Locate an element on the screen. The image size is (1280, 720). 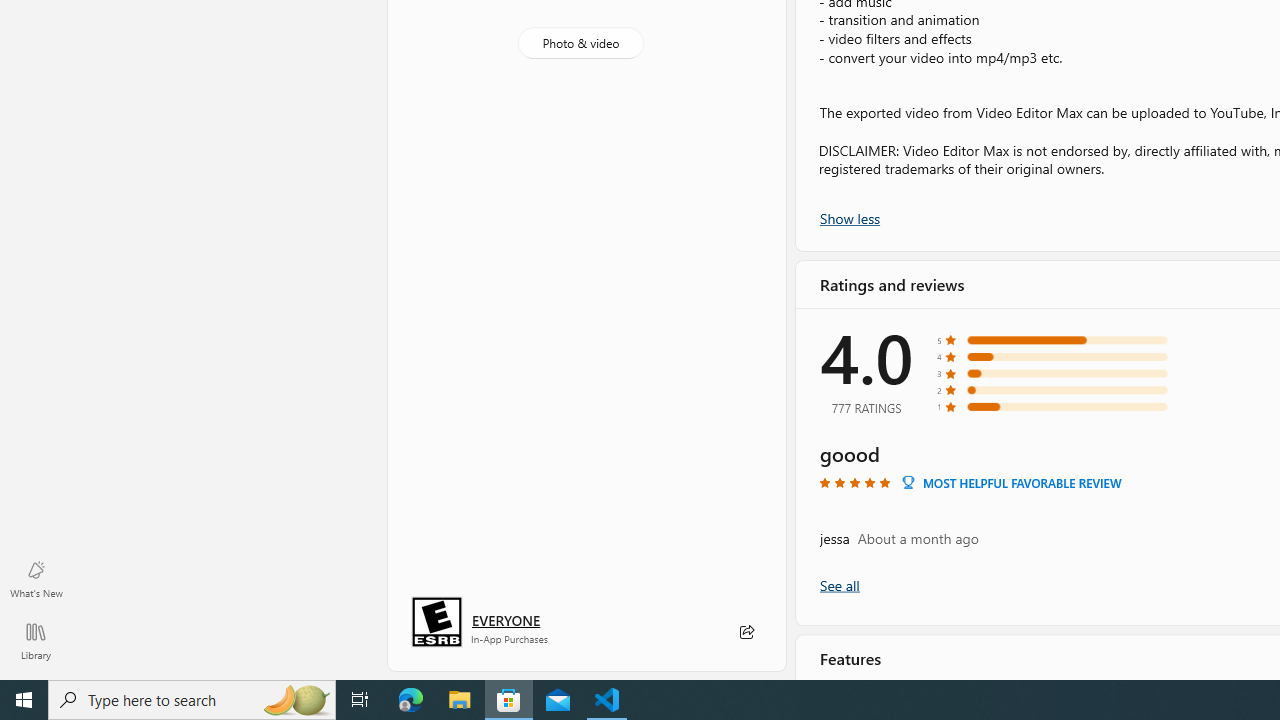
'What' is located at coordinates (35, 578).